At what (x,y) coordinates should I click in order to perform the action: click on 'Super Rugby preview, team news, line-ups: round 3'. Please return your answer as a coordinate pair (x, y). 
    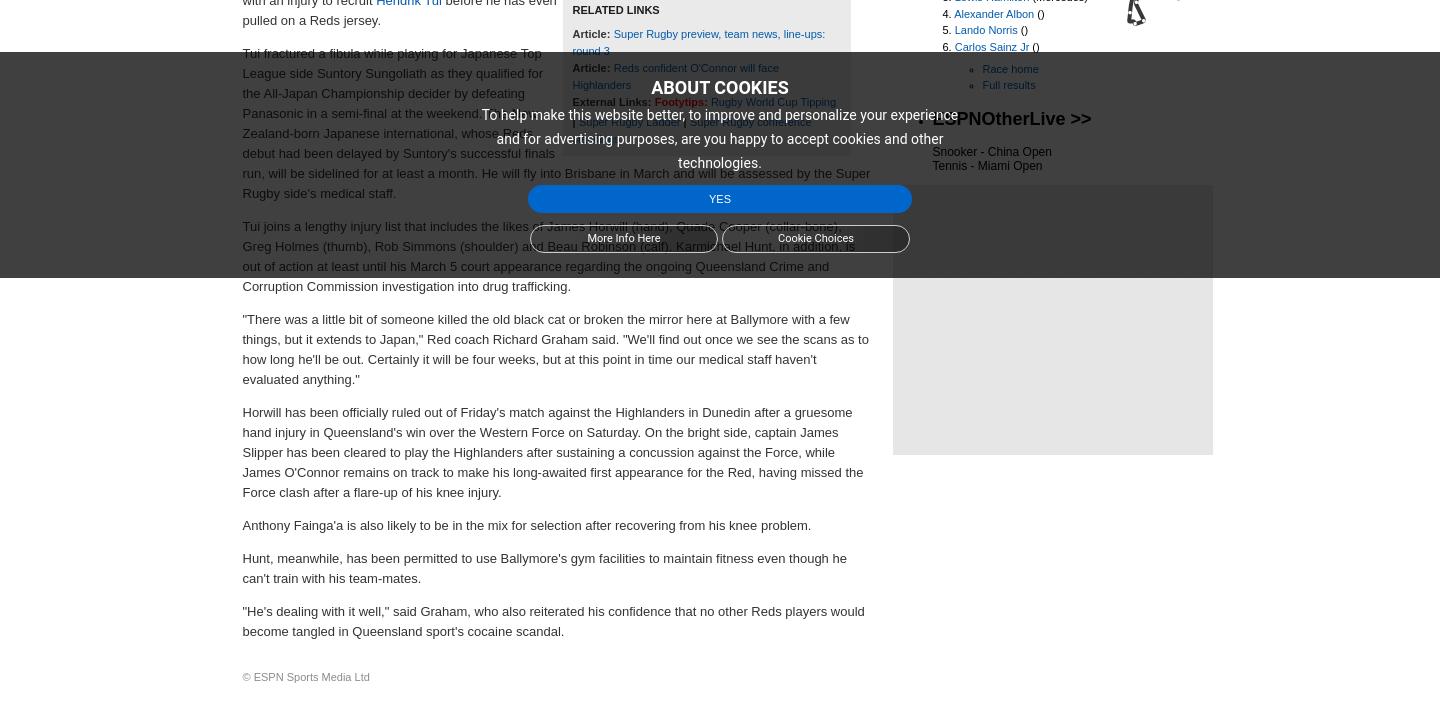
    Looking at the image, I should click on (698, 42).